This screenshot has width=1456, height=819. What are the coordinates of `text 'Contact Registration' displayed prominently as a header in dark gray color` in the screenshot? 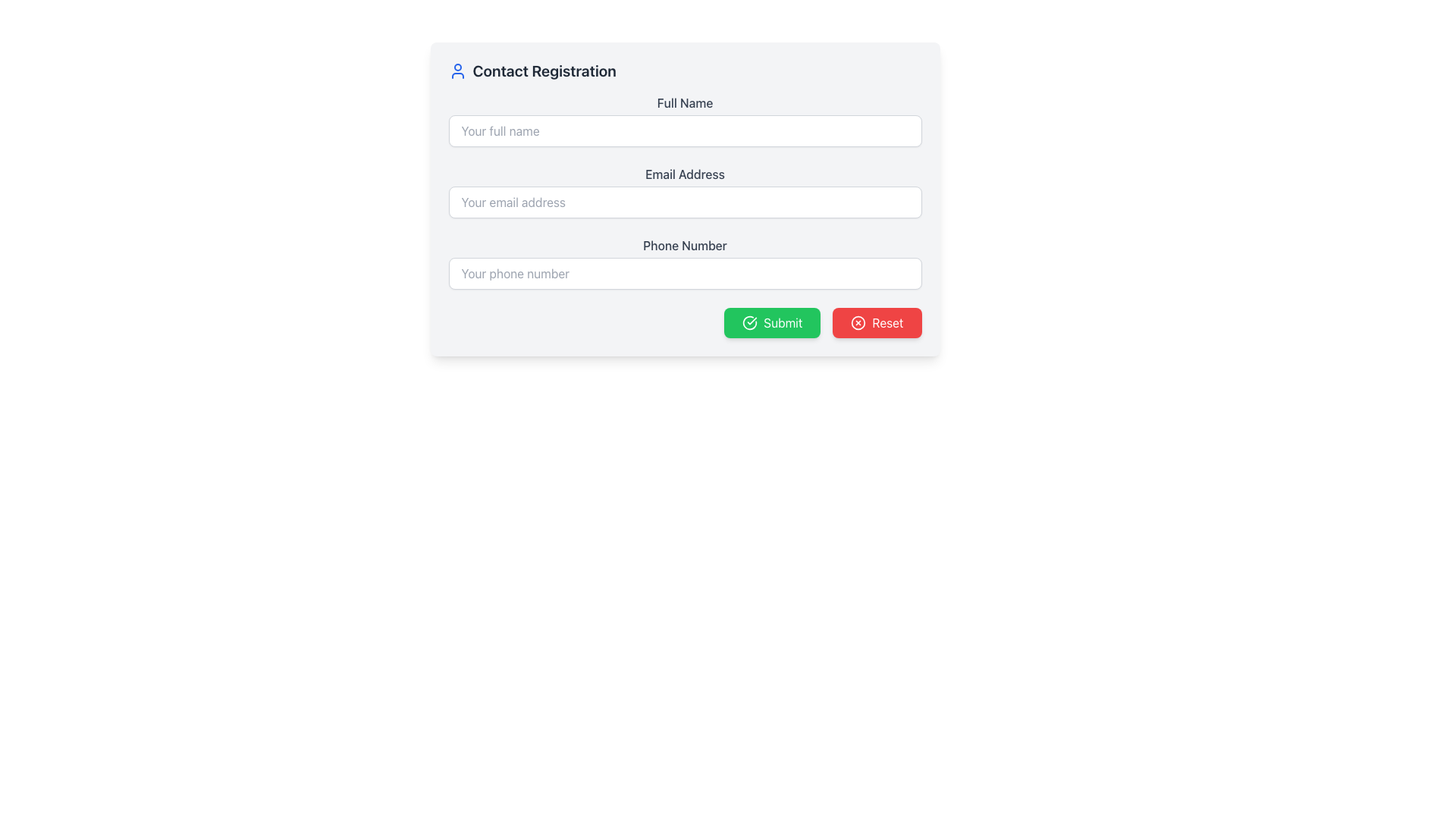 It's located at (544, 71).